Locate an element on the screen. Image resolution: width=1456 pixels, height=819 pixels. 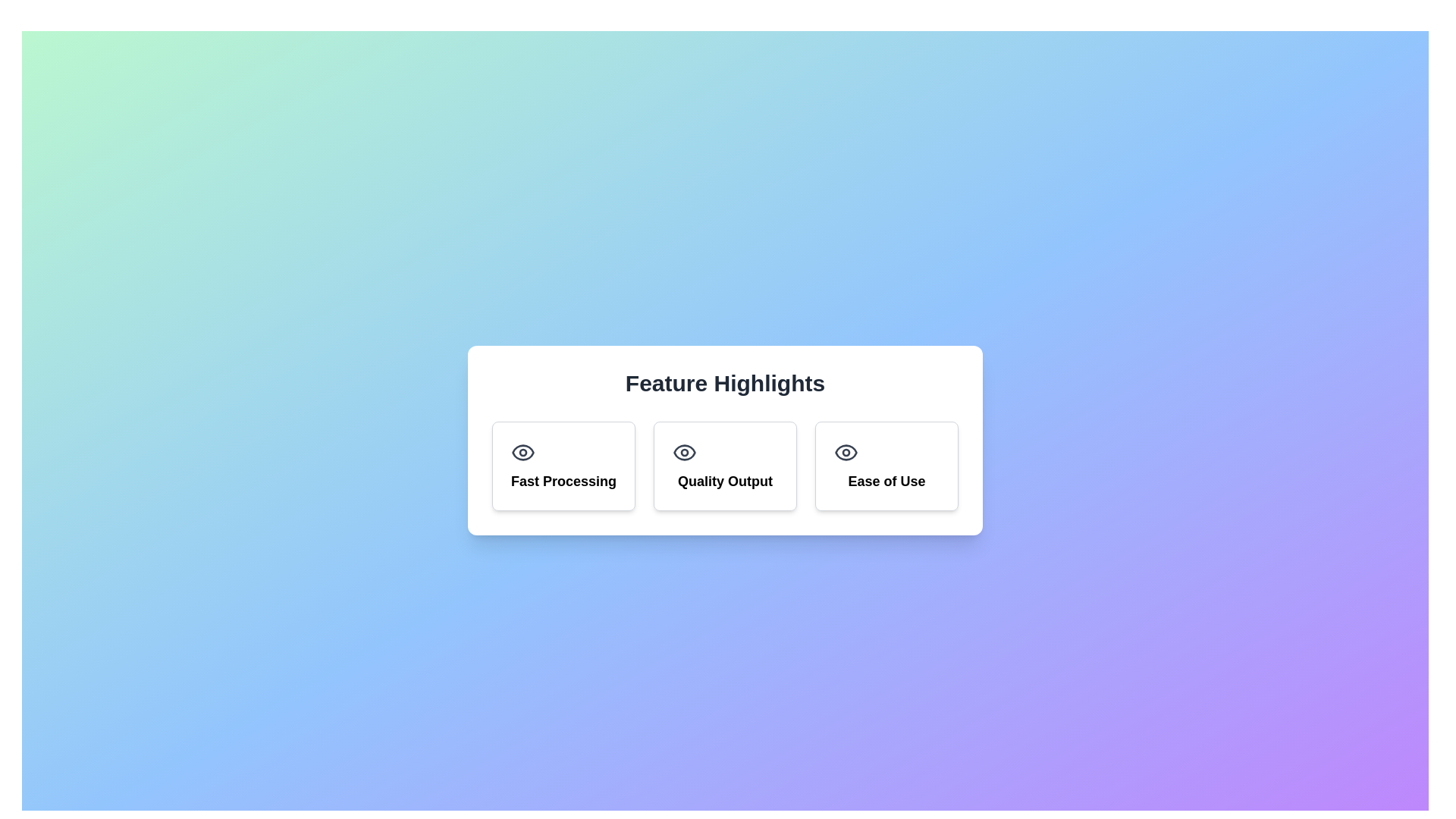
the text label displaying 'Ease of Use', which is styled in a larger, bold font and is positioned towards the bottom center of the rightmost card under 'Feature Highlights' is located at coordinates (886, 482).